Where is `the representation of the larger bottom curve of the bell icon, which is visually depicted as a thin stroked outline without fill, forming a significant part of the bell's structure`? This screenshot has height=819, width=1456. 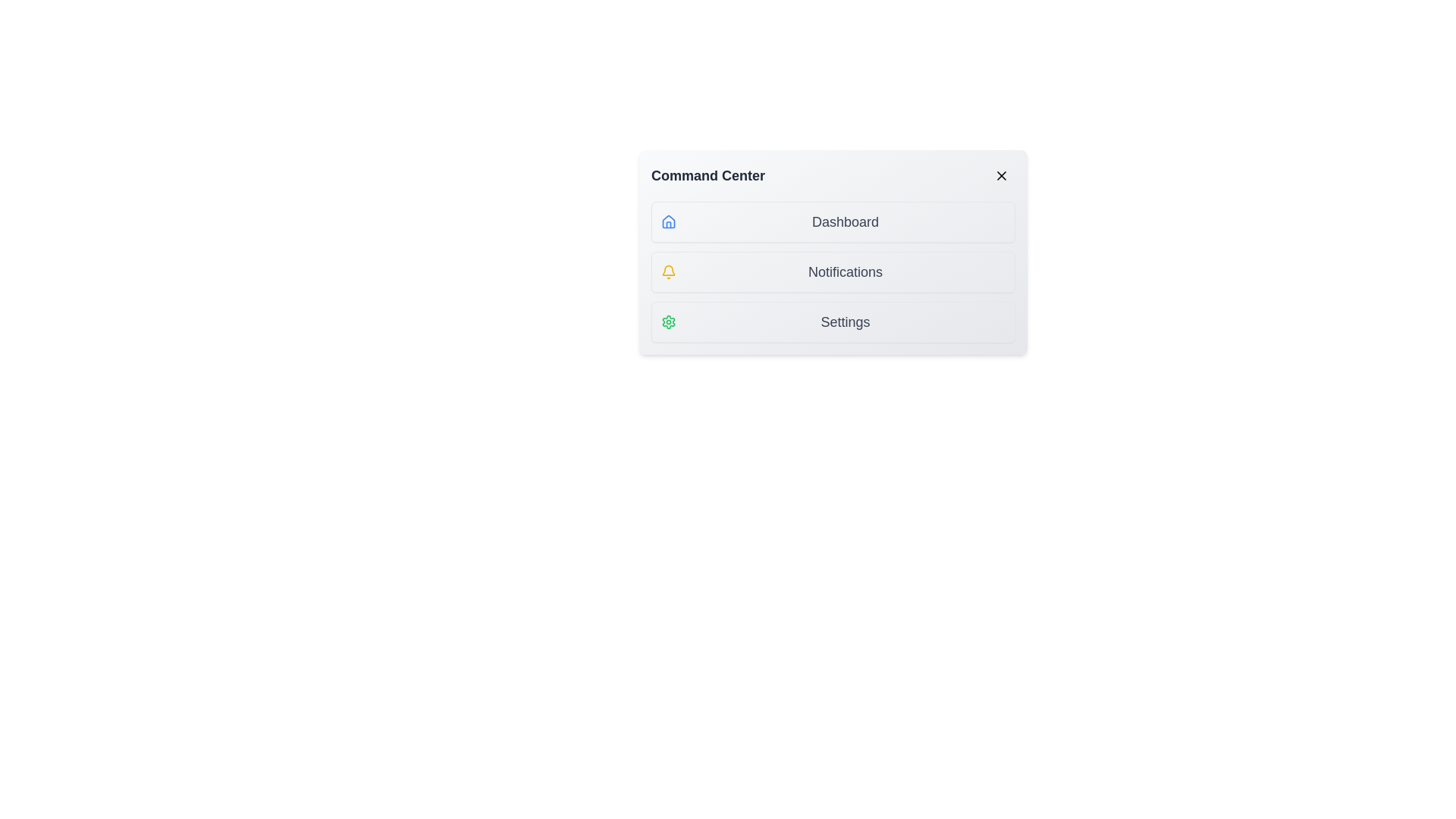 the representation of the larger bottom curve of the bell icon, which is visually depicted as a thin stroked outline without fill, forming a significant part of the bell's structure is located at coordinates (668, 269).